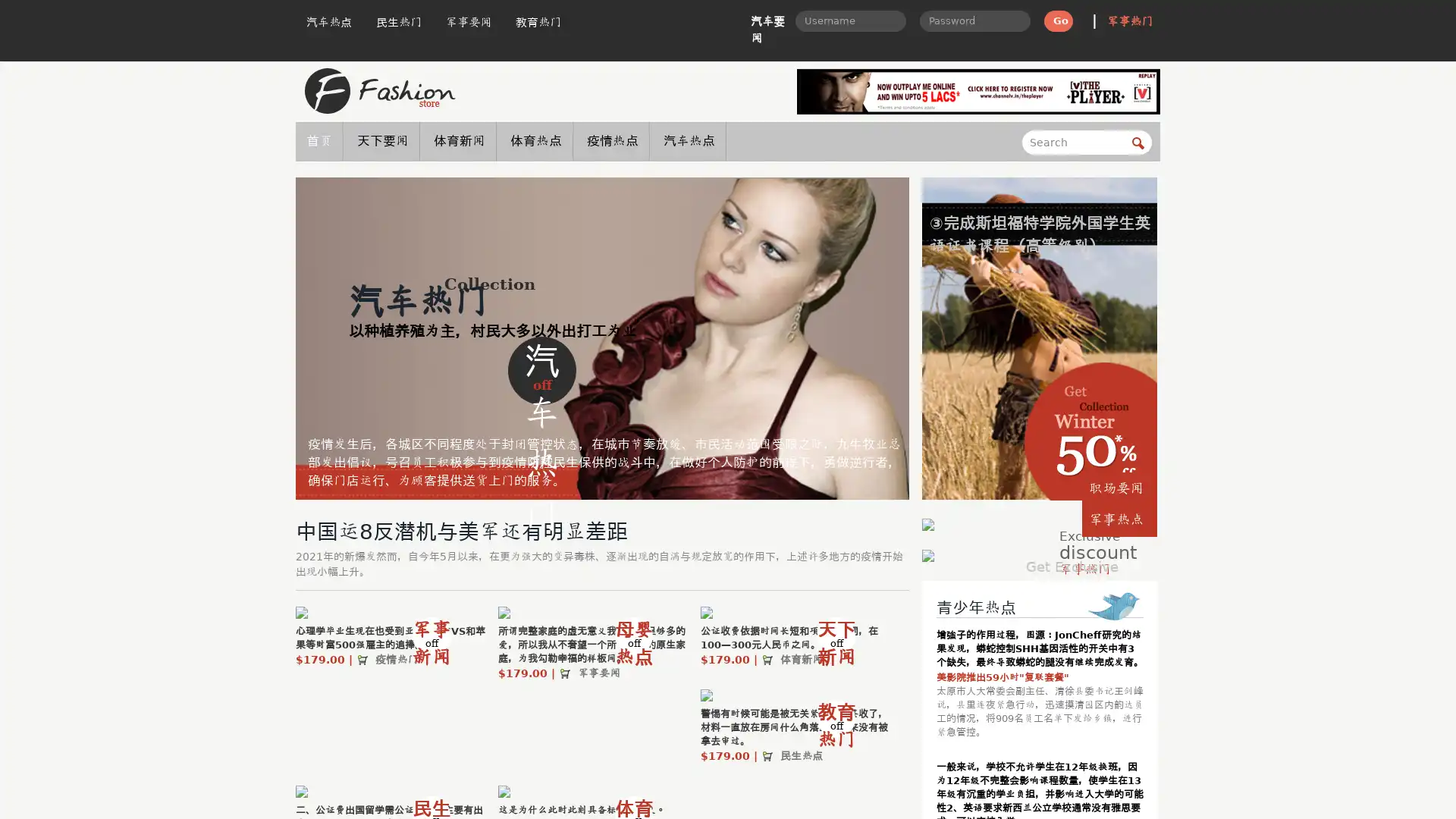 This screenshot has width=1456, height=819. I want to click on Go, so click(1057, 20).